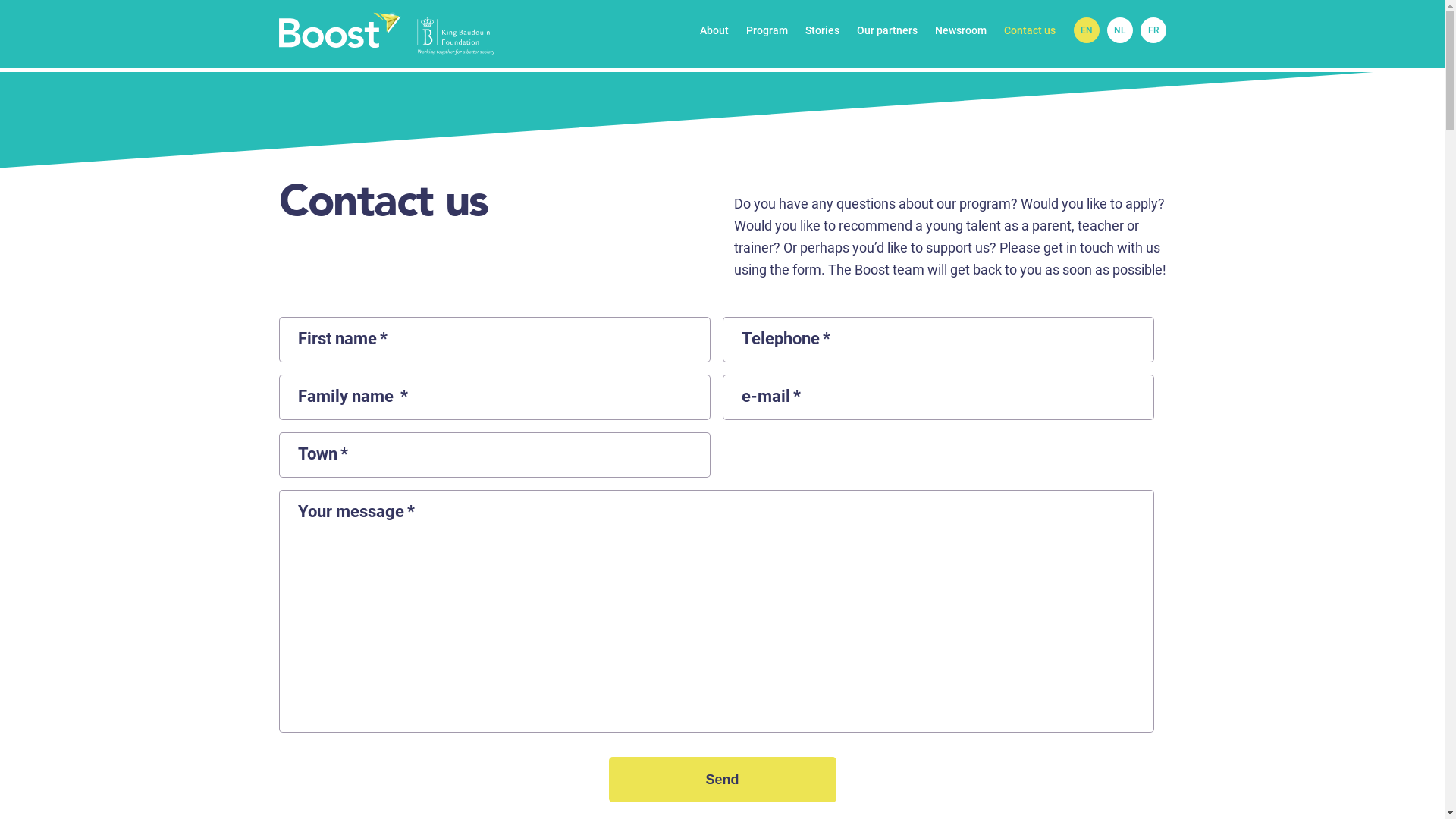 This screenshot has height=819, width=1456. I want to click on 'Program', so click(767, 30).